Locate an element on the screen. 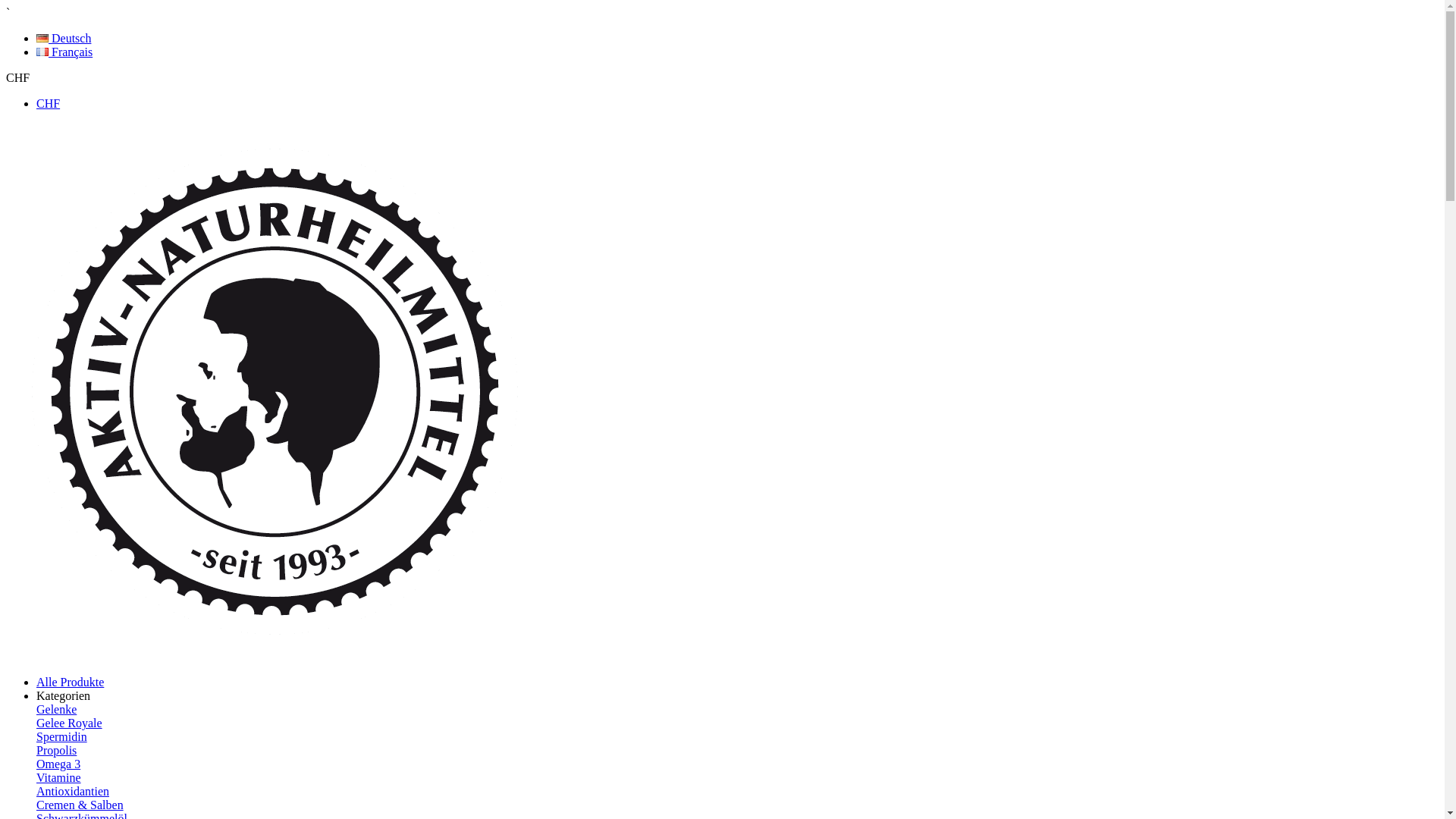 This screenshot has width=1456, height=819. 'Spermidin' is located at coordinates (61, 736).